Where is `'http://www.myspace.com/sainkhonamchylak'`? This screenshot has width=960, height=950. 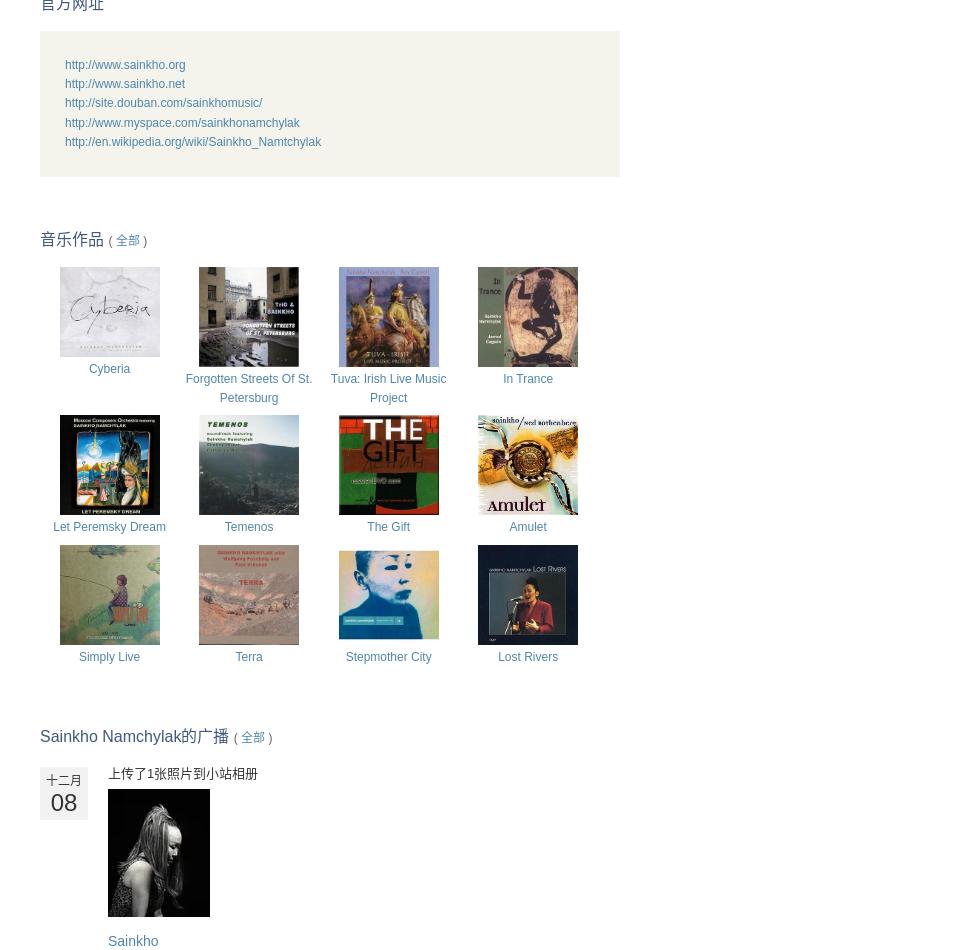
'http://www.myspace.com/sainkhonamchylak' is located at coordinates (182, 121).